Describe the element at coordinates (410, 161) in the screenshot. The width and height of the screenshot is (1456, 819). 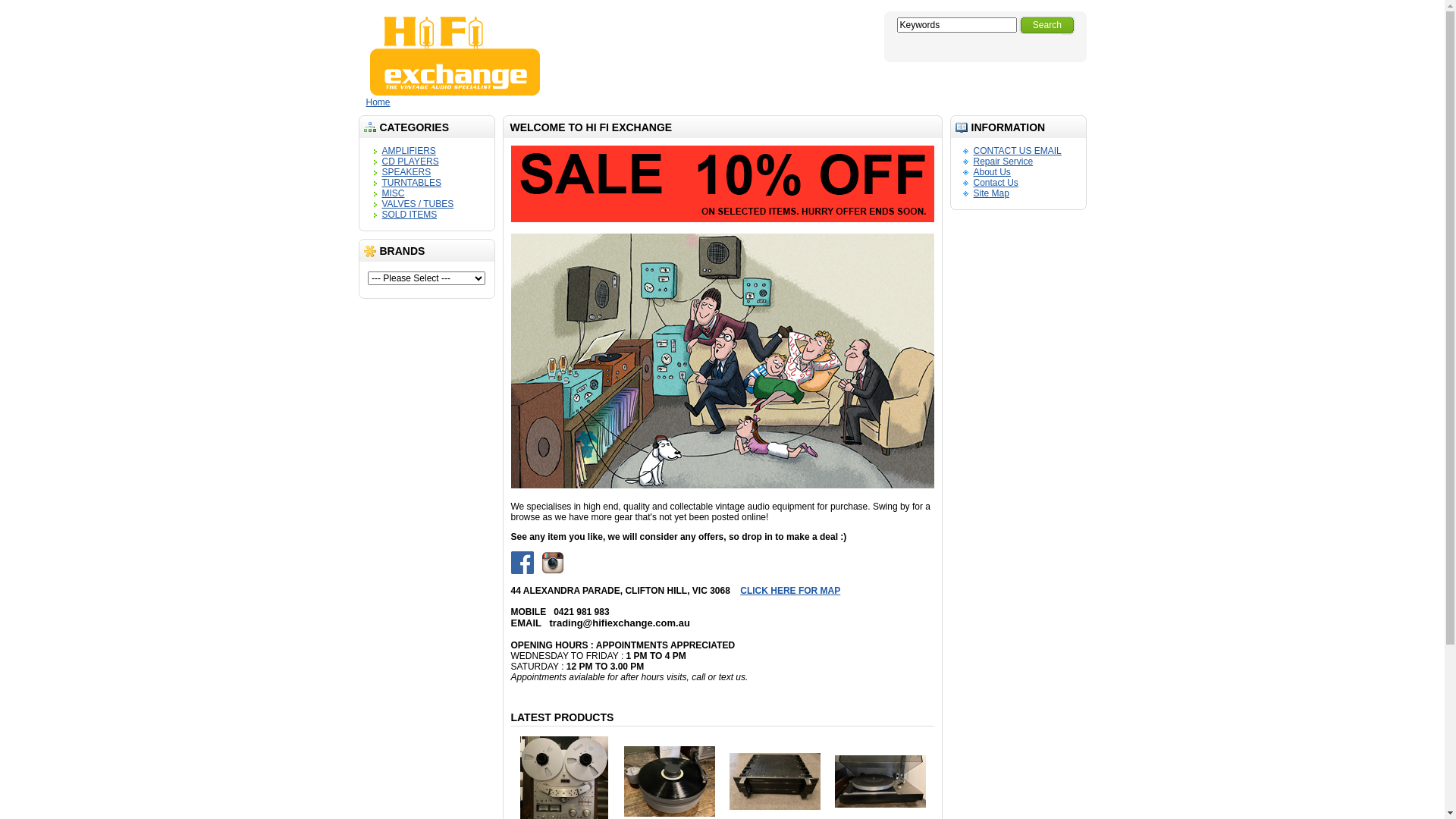
I see `'CD PLAYERS'` at that location.